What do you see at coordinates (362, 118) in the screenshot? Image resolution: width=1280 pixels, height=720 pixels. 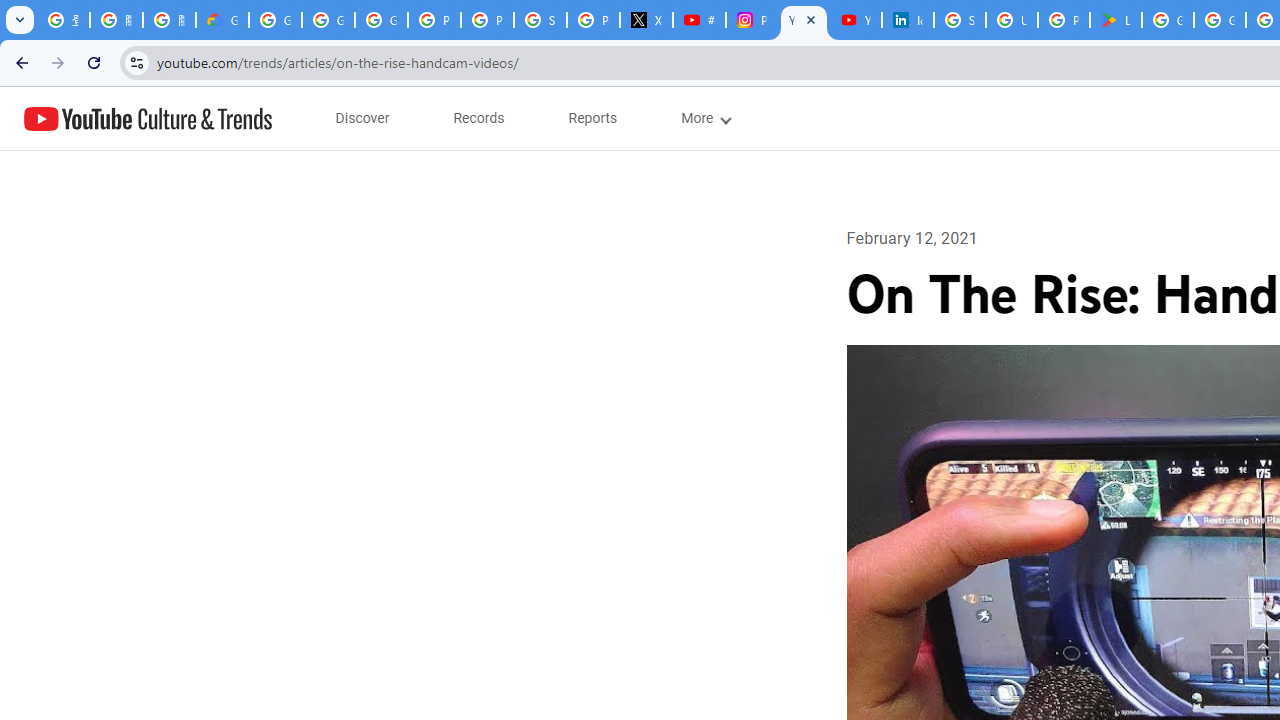 I see `'subnav-Discover menupopup'` at bounding box center [362, 118].